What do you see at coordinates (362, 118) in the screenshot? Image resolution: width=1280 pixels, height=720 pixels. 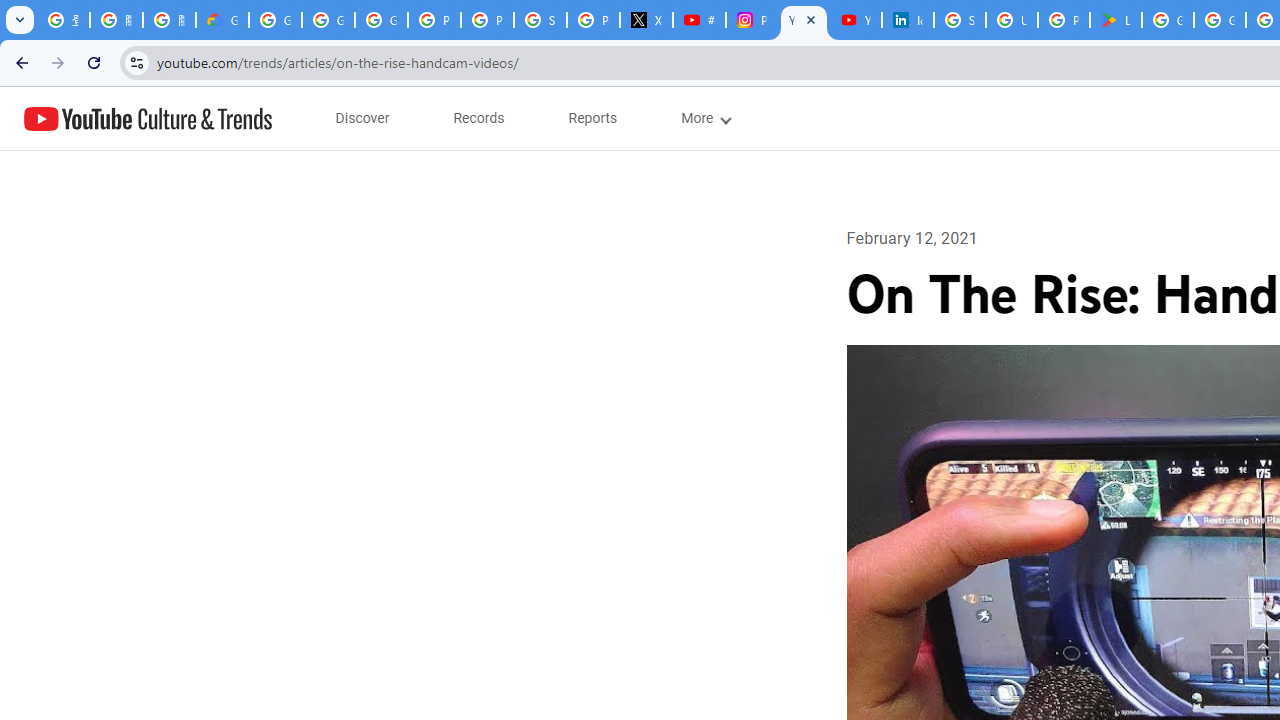 I see `'subnav-Discover menupopup'` at bounding box center [362, 118].